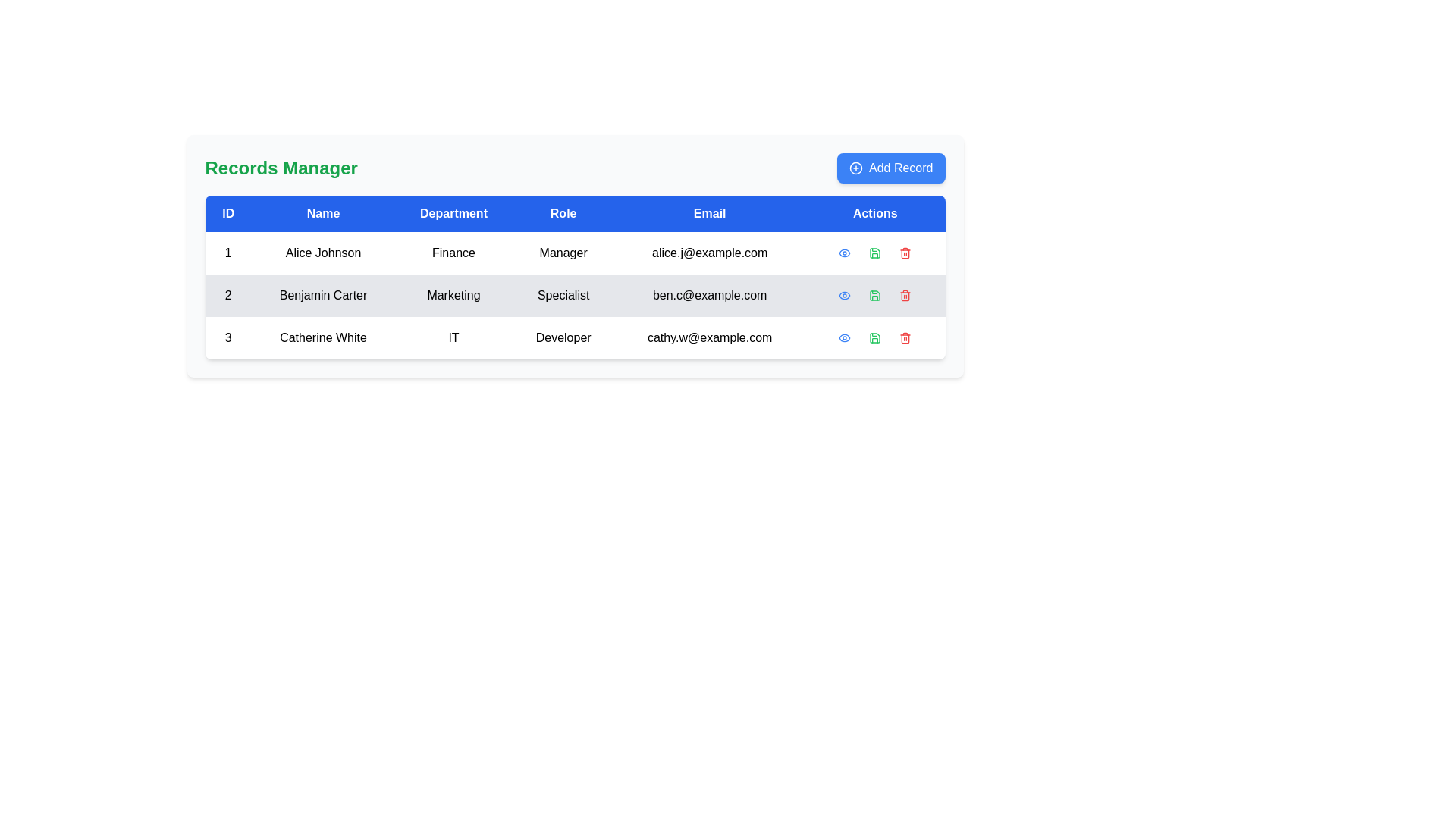 The image size is (1456, 819). I want to click on the trash bin icon associated with 'Benjamin Carter' in the 'Actions' column, so click(905, 295).